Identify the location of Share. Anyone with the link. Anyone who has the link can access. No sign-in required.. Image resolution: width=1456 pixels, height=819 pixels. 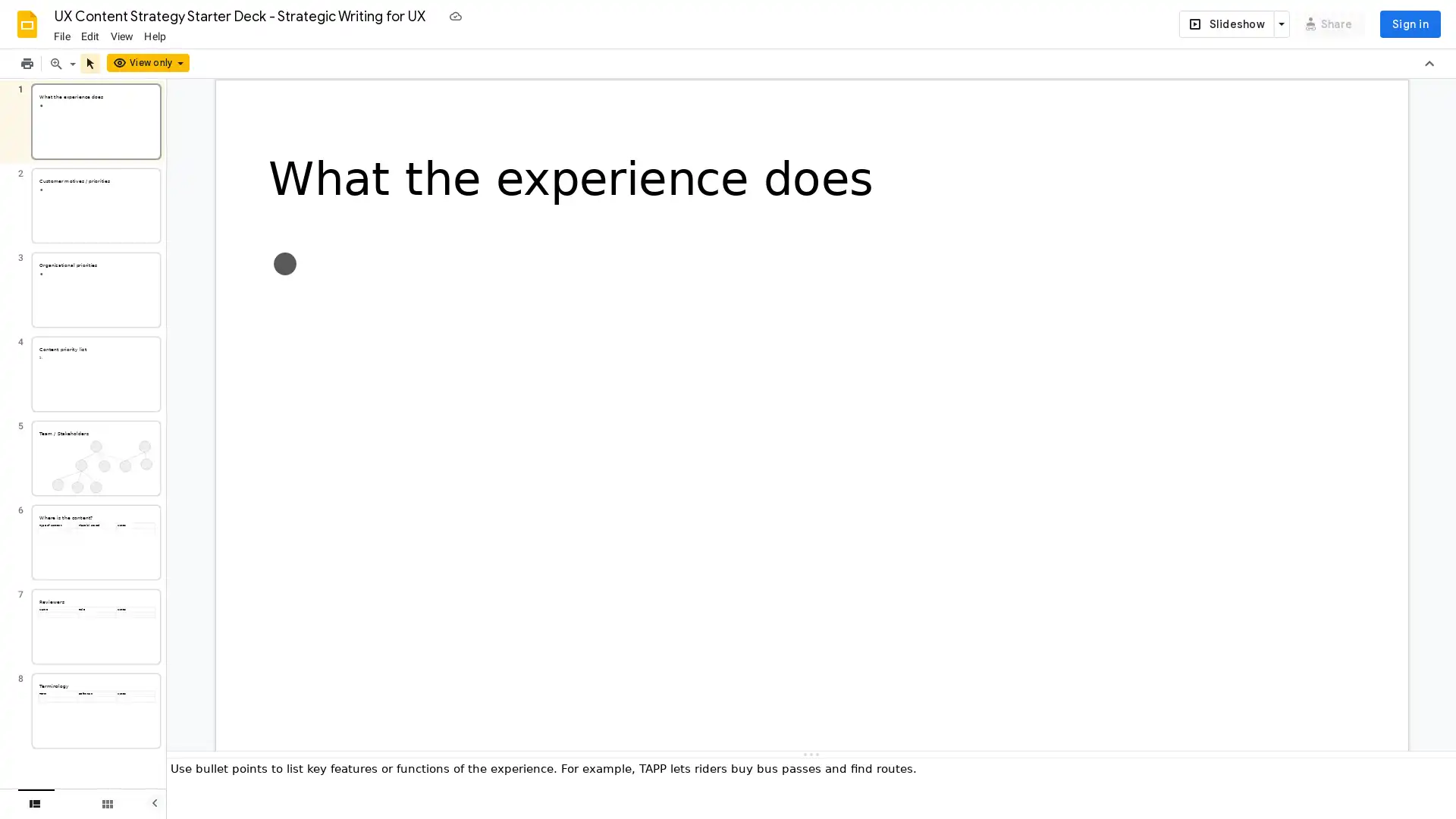
(1329, 24).